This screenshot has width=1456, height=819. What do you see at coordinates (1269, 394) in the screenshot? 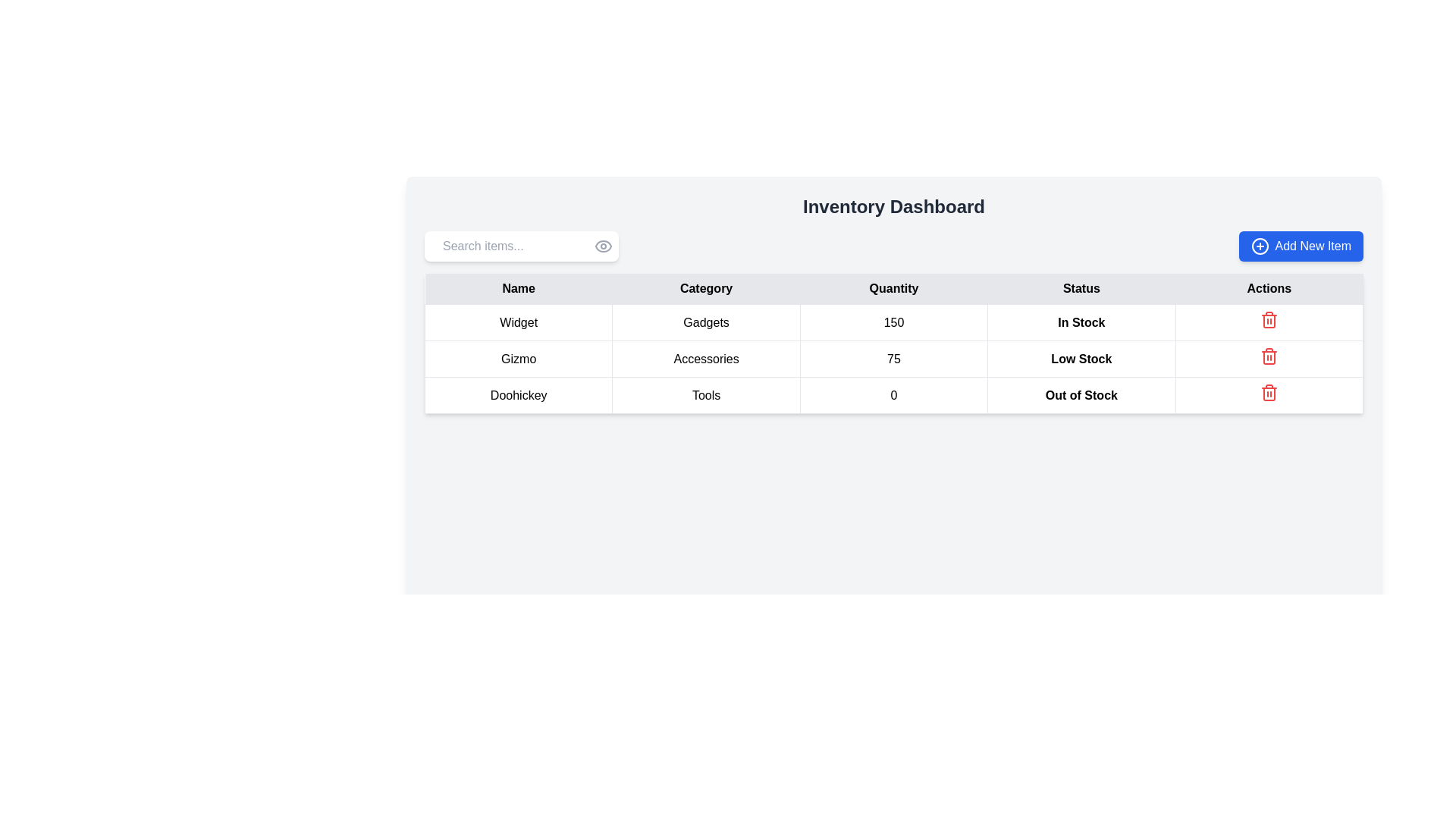
I see `the small red trash icon located at the end of the 'Doohickey' row in the 'Actions' column` at bounding box center [1269, 394].